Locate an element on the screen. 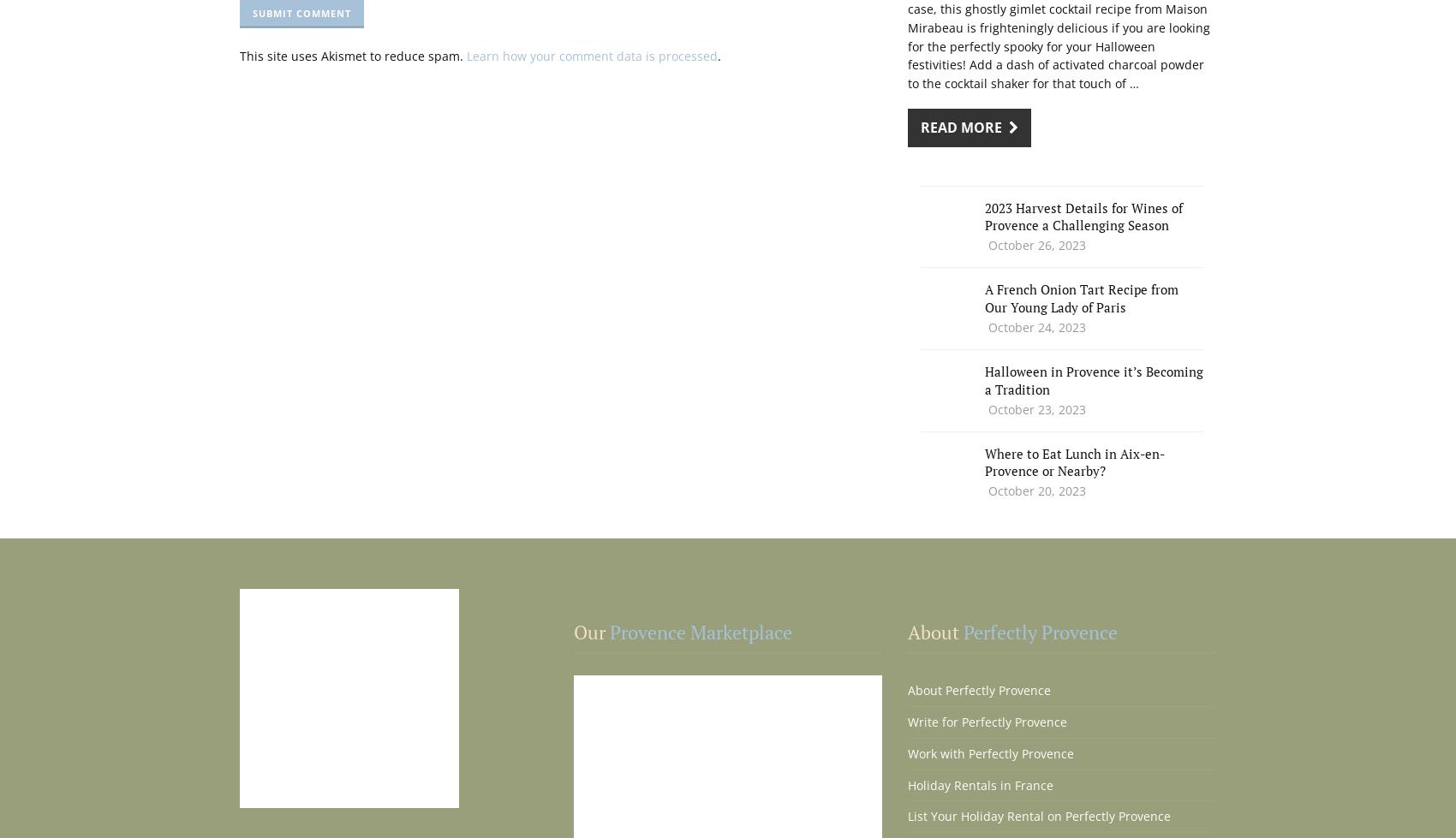 The width and height of the screenshot is (1456, 838). 'Write for Perfectly Provence' is located at coordinates (906, 721).